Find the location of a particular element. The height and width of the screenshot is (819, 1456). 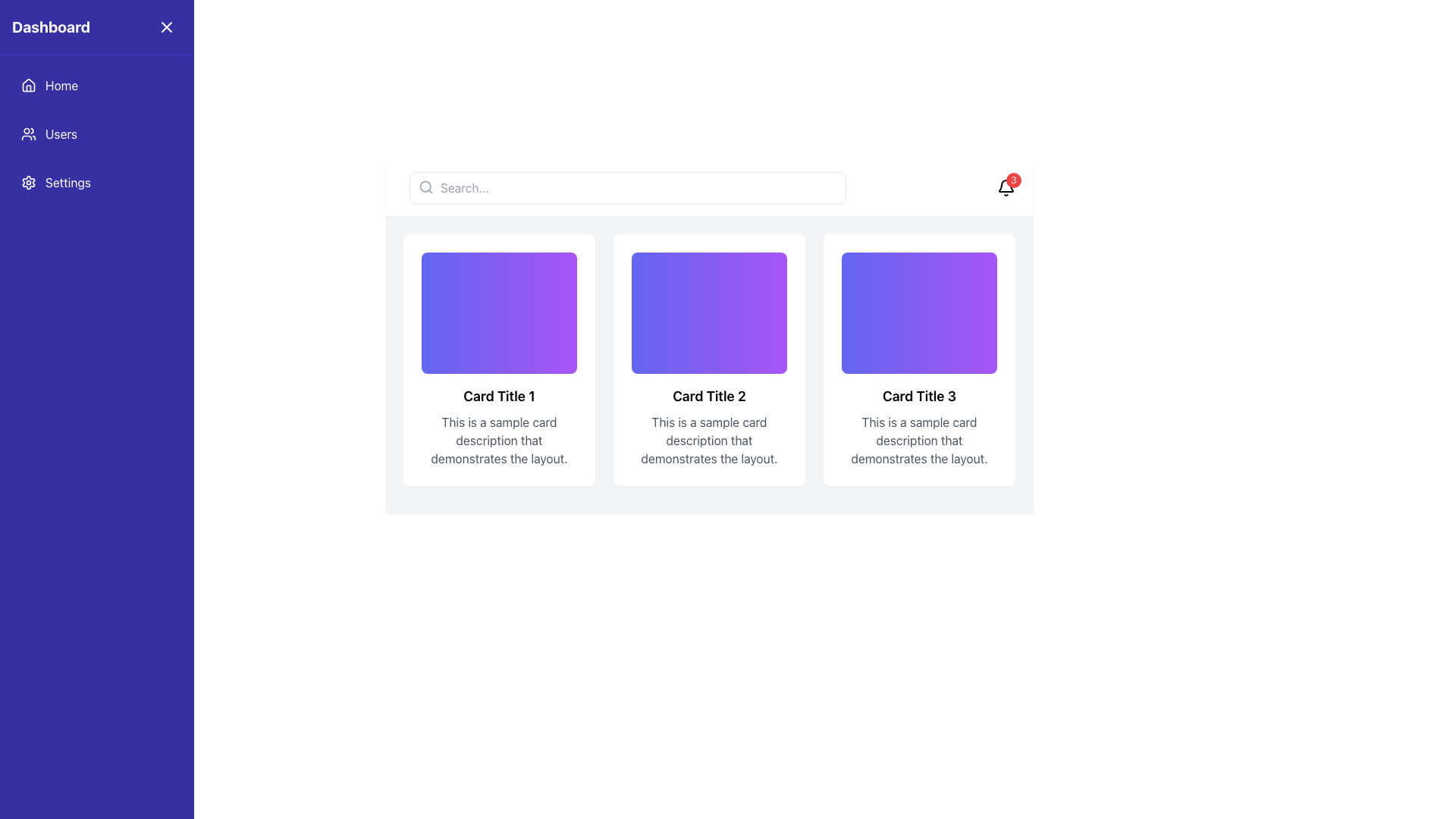

the 'Home' icon in the sidebar, which visually represents the concept of 'Home' and is positioned above the 'Users' and 'Settings' options is located at coordinates (29, 84).